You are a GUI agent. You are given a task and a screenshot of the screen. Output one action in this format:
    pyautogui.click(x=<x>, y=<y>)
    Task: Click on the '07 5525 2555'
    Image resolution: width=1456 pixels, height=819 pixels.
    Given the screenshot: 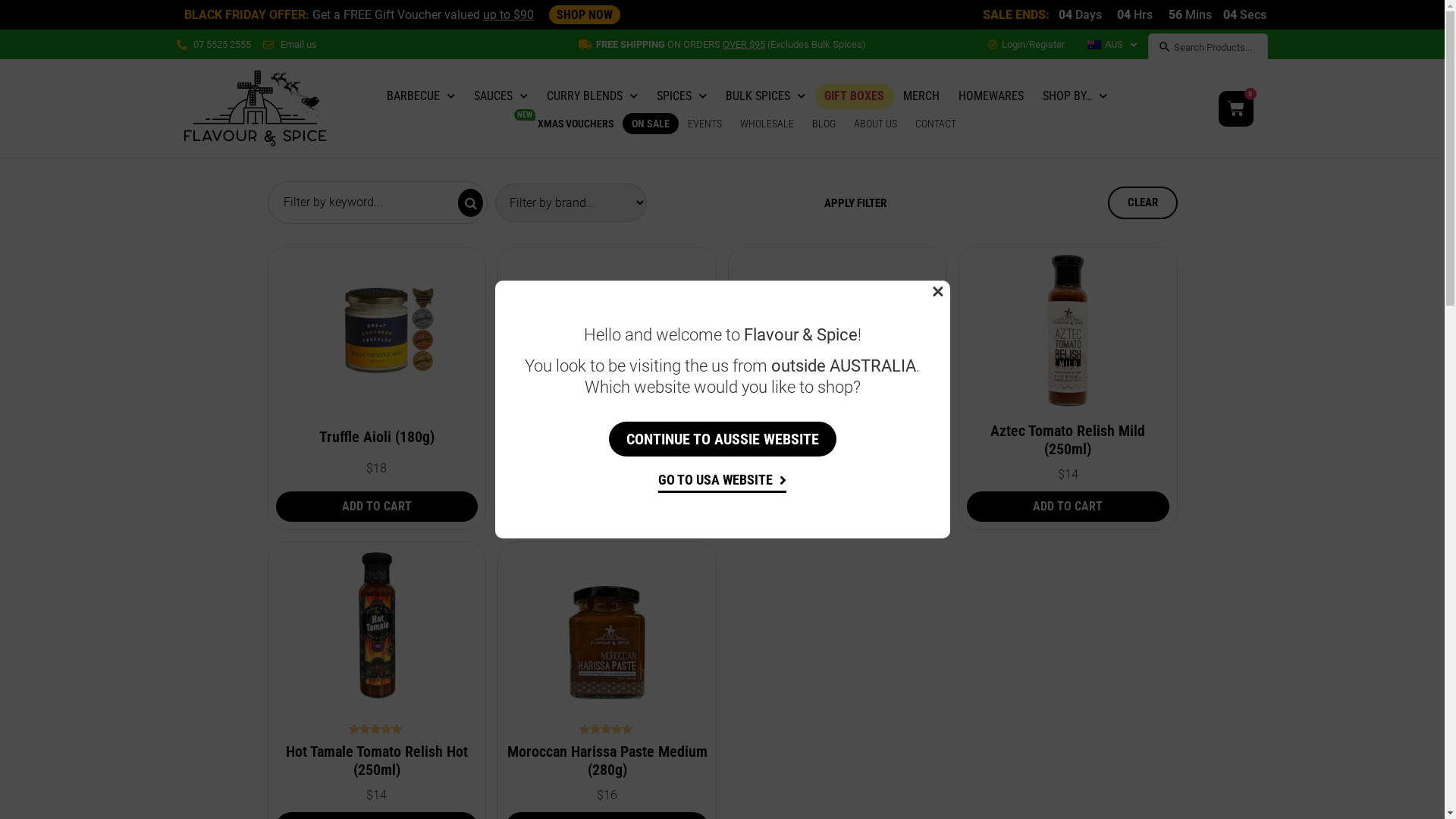 What is the action you would take?
    pyautogui.click(x=212, y=42)
    